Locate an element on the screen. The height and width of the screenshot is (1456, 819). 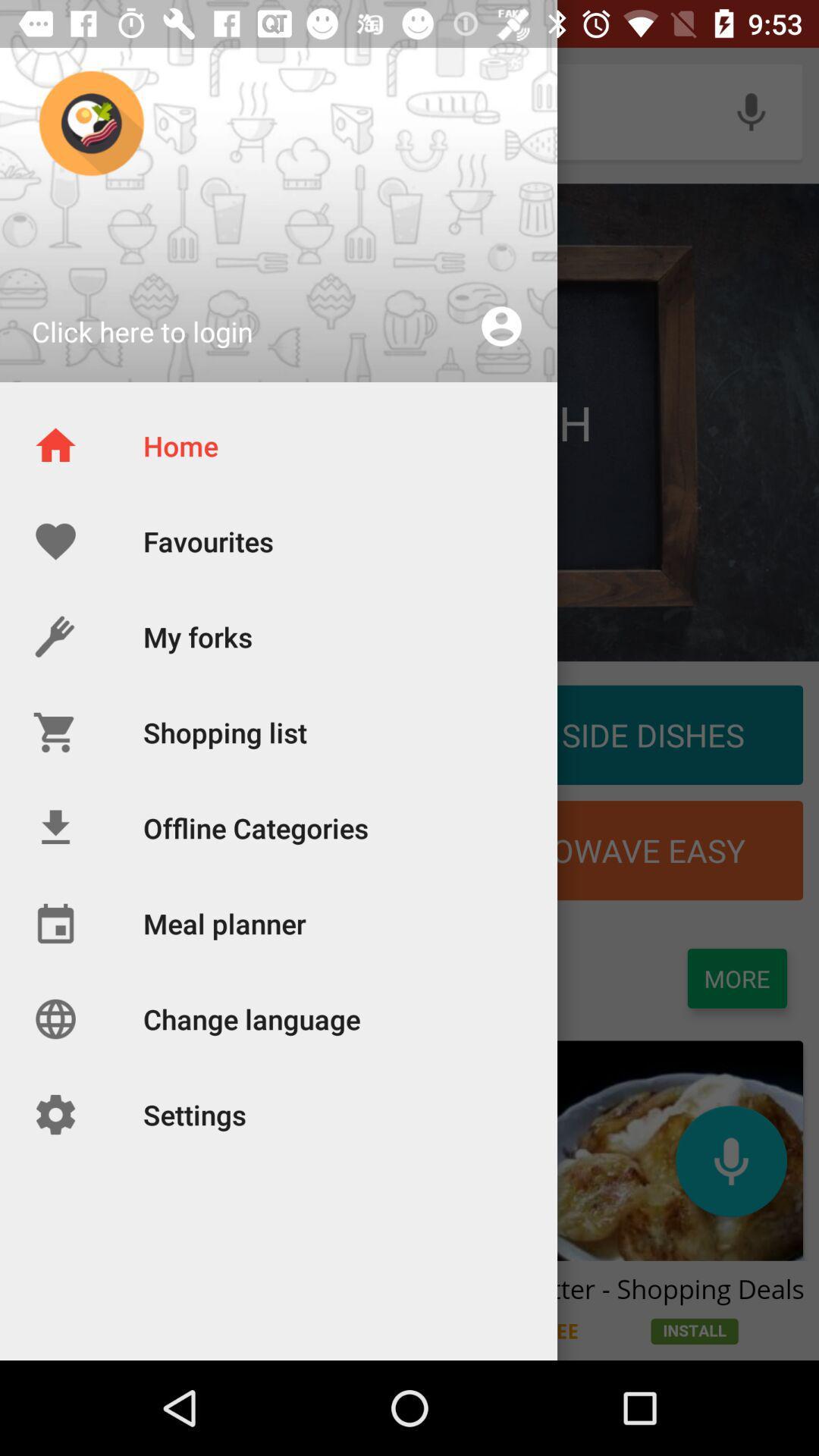
the microphone icon is located at coordinates (730, 1160).